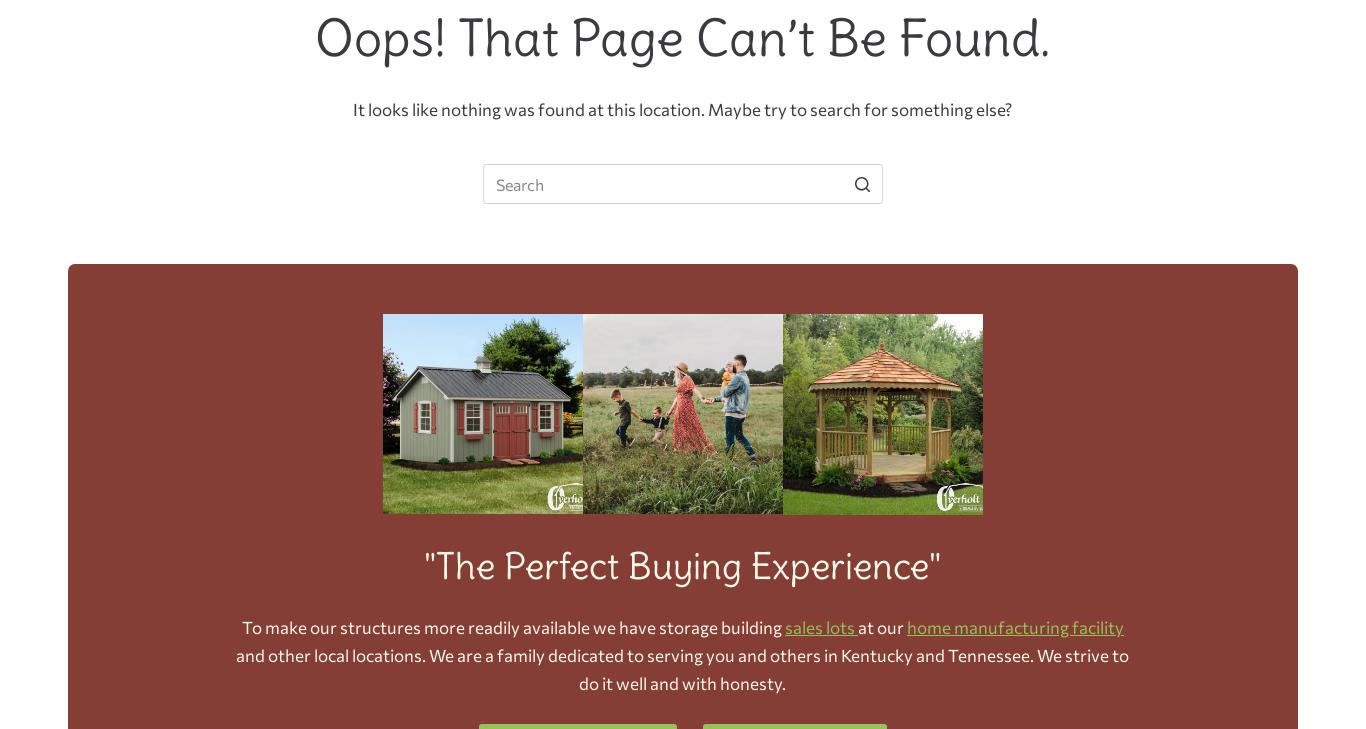 Image resolution: width=1366 pixels, height=729 pixels. Describe the element at coordinates (714, 33) in the screenshot. I see `'Gazebos'` at that location.